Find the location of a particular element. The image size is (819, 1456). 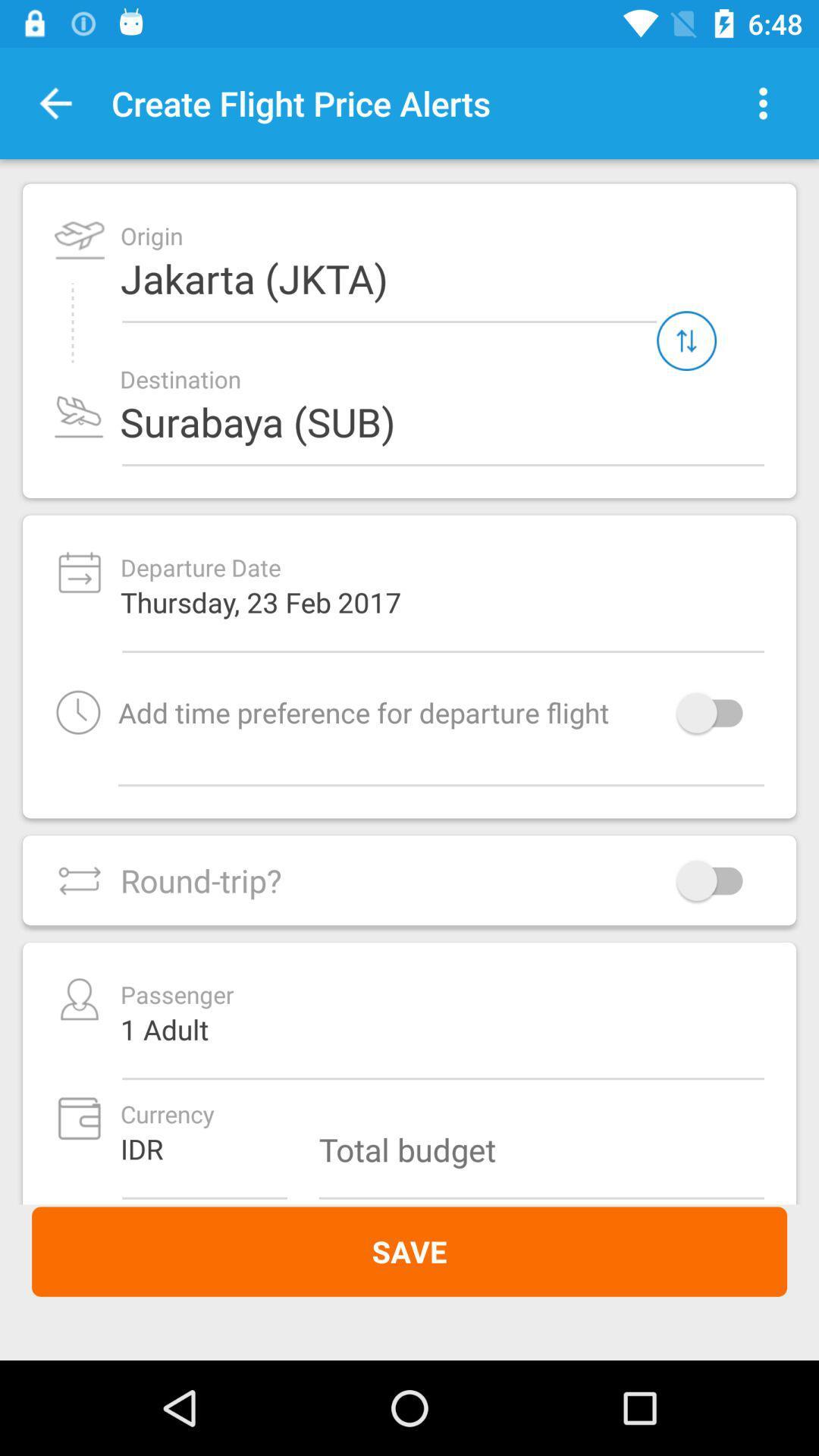

more information is located at coordinates (763, 102).